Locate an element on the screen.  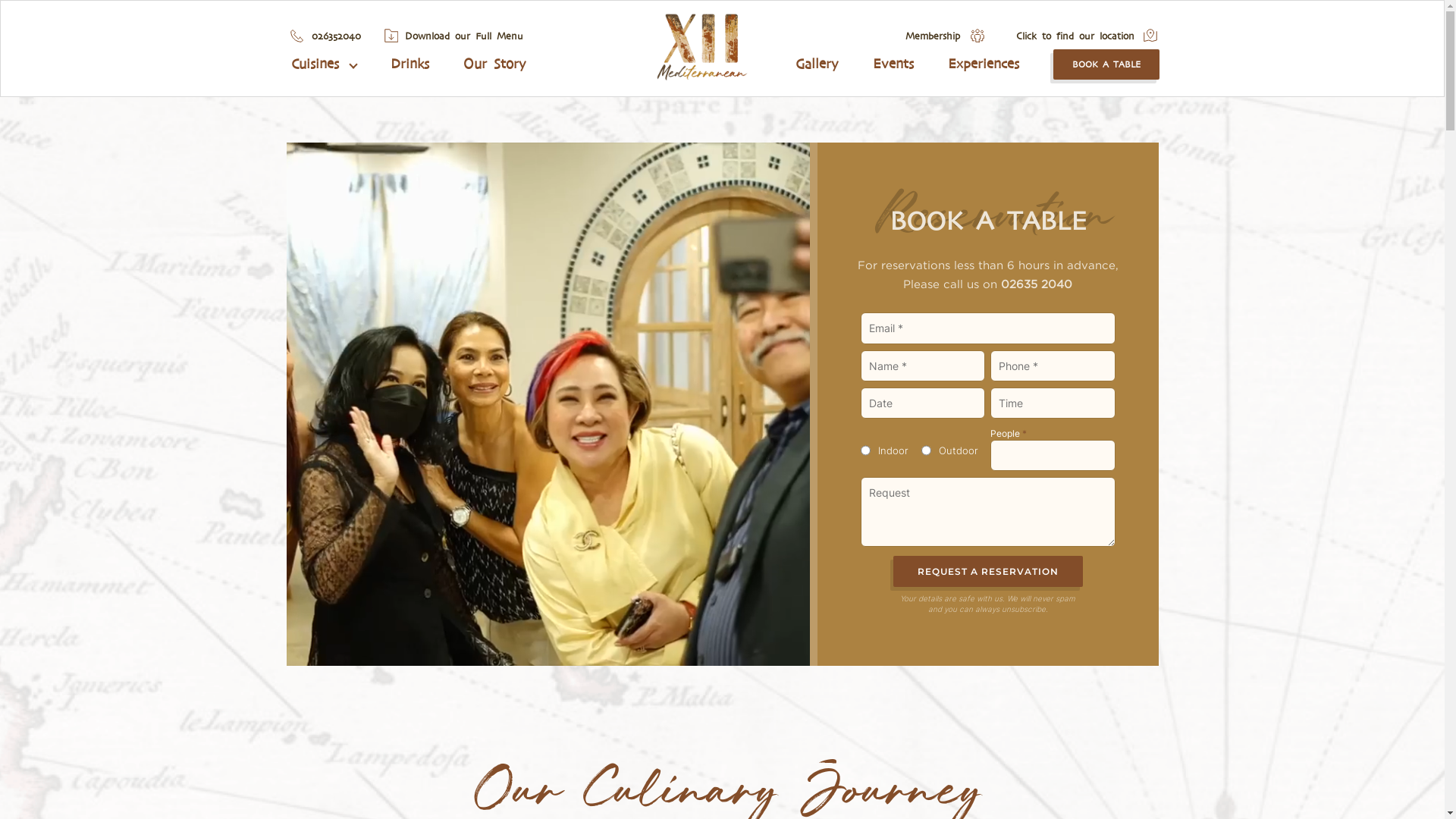
'Events' is located at coordinates (873, 63).